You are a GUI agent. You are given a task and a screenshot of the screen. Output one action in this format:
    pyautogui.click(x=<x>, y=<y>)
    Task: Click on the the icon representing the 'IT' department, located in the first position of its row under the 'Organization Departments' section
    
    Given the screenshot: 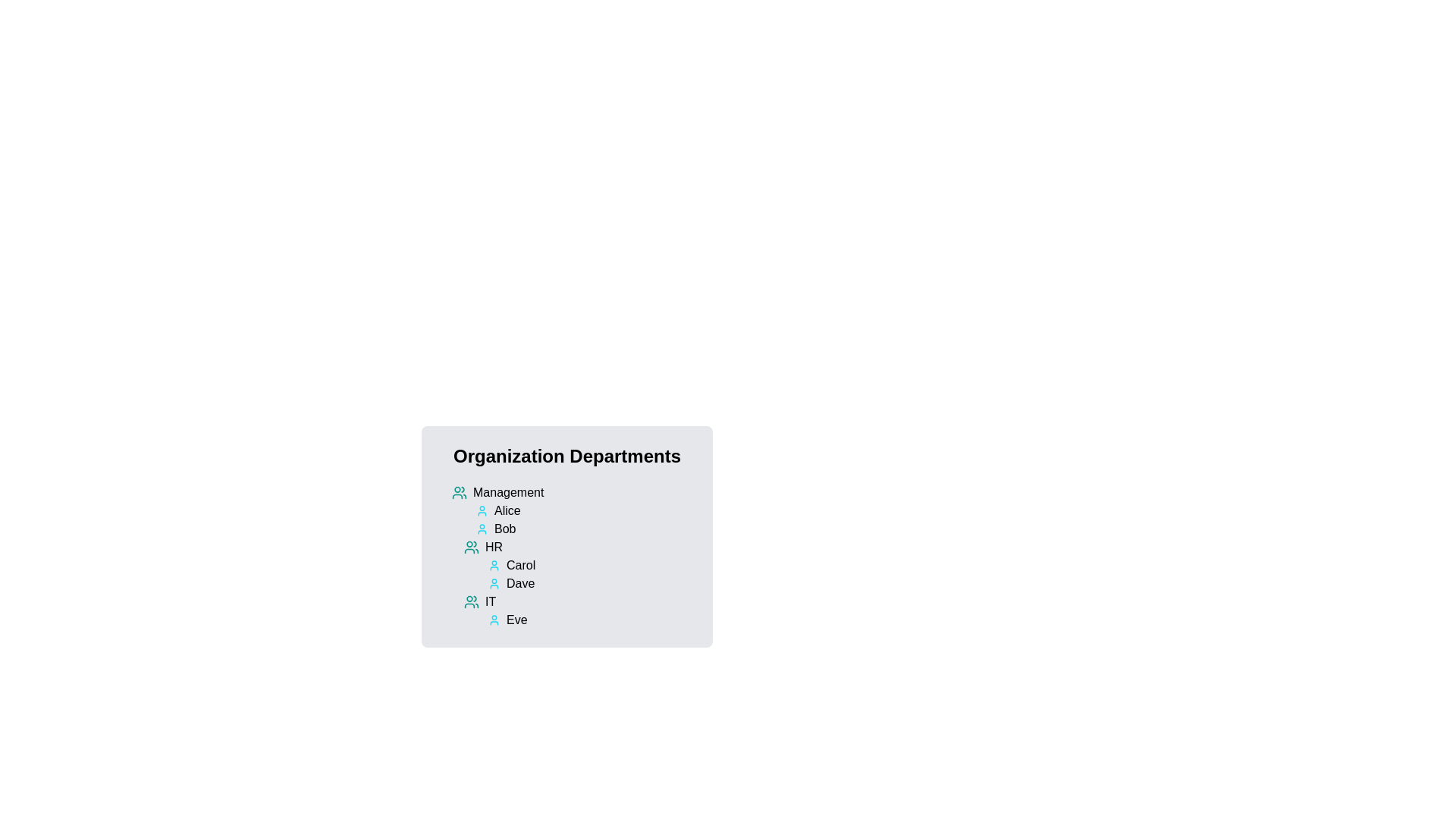 What is the action you would take?
    pyautogui.click(x=471, y=601)
    